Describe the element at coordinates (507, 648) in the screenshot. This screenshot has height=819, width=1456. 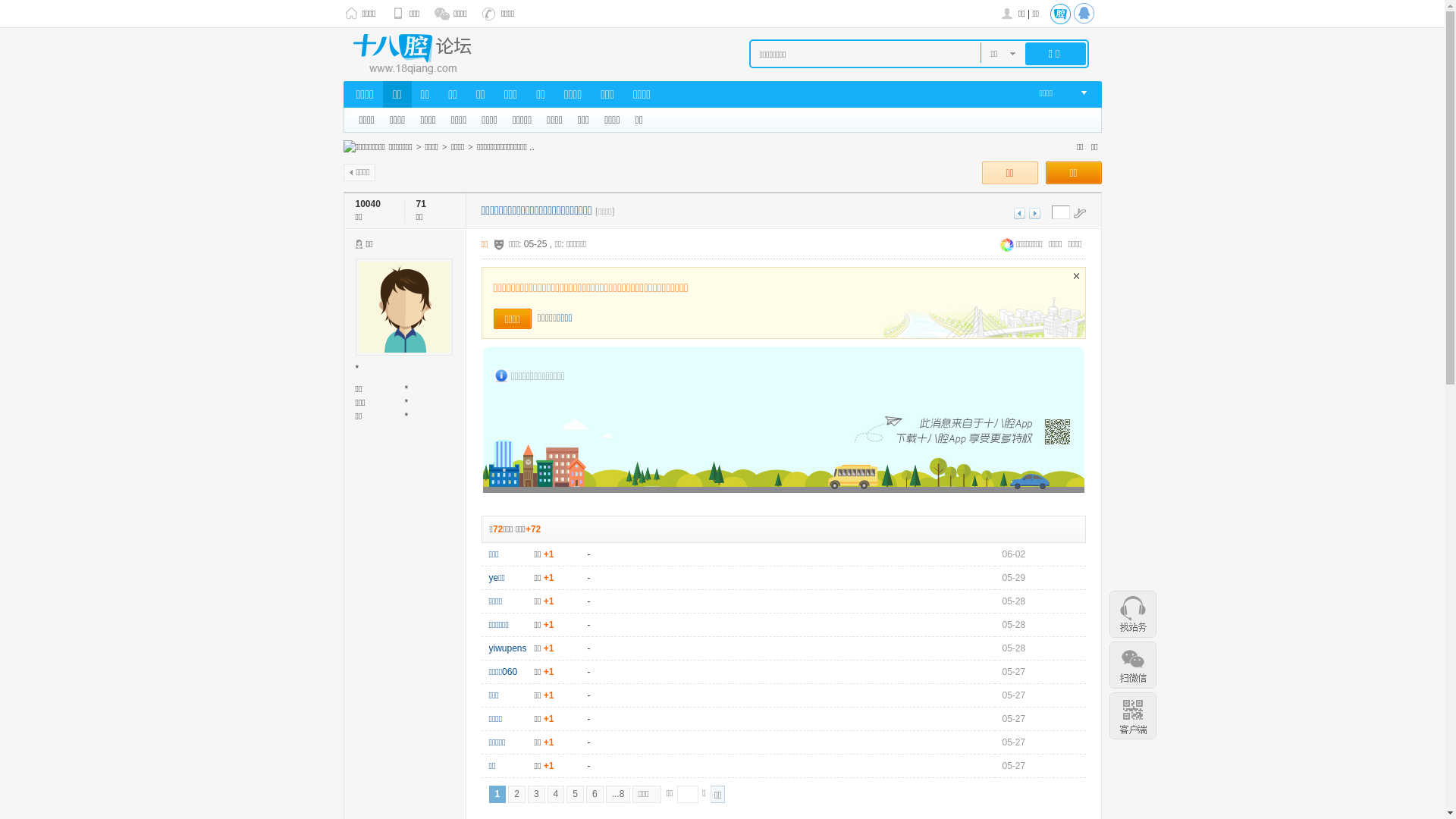
I see `'yiwupens'` at that location.